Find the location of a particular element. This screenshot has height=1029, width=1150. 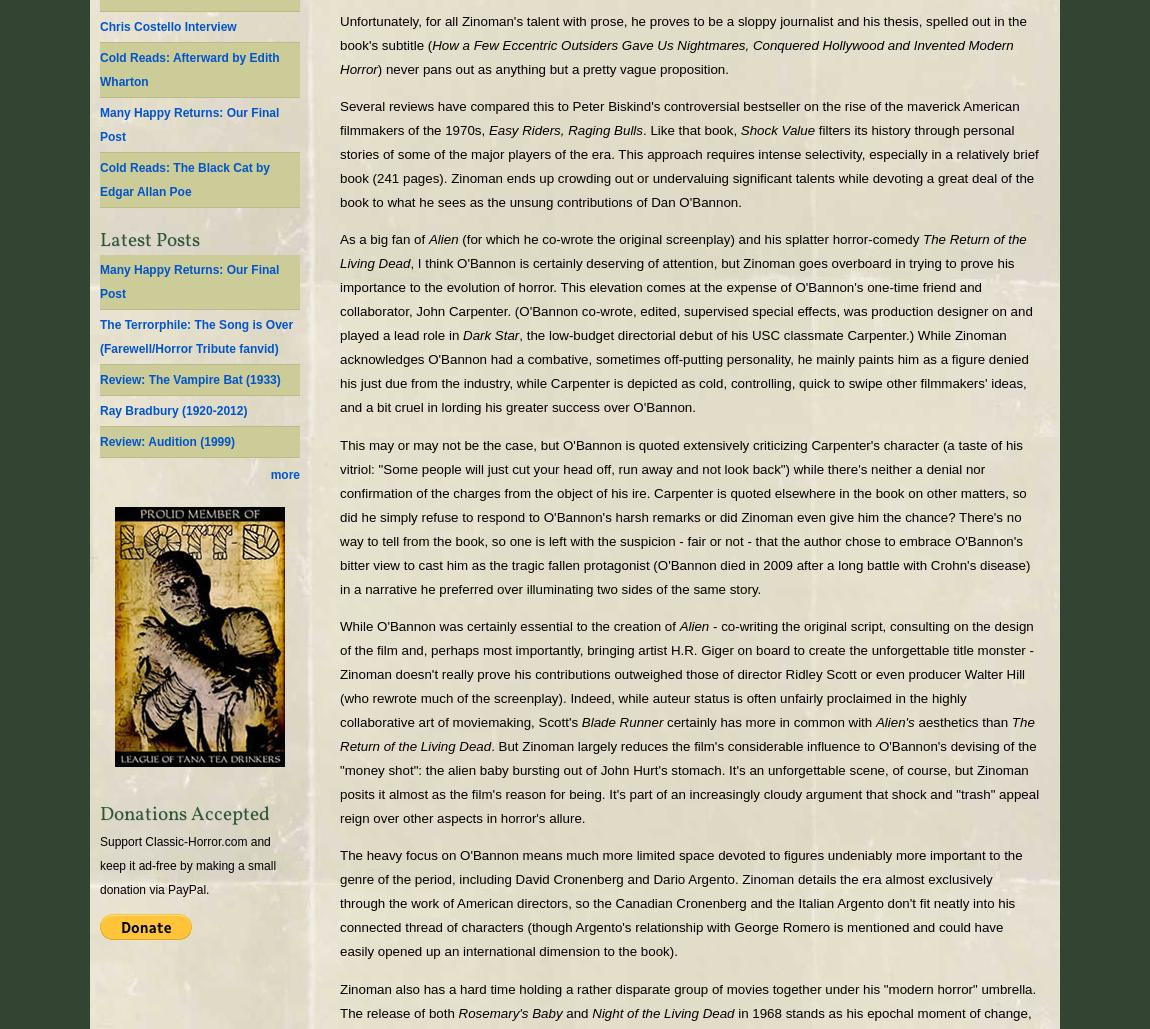

'Several reviews have compared this to
Peter Biskind's controversial bestseller on the rise of the
maverick American filmmakers of the 1970s,' is located at coordinates (340, 117).